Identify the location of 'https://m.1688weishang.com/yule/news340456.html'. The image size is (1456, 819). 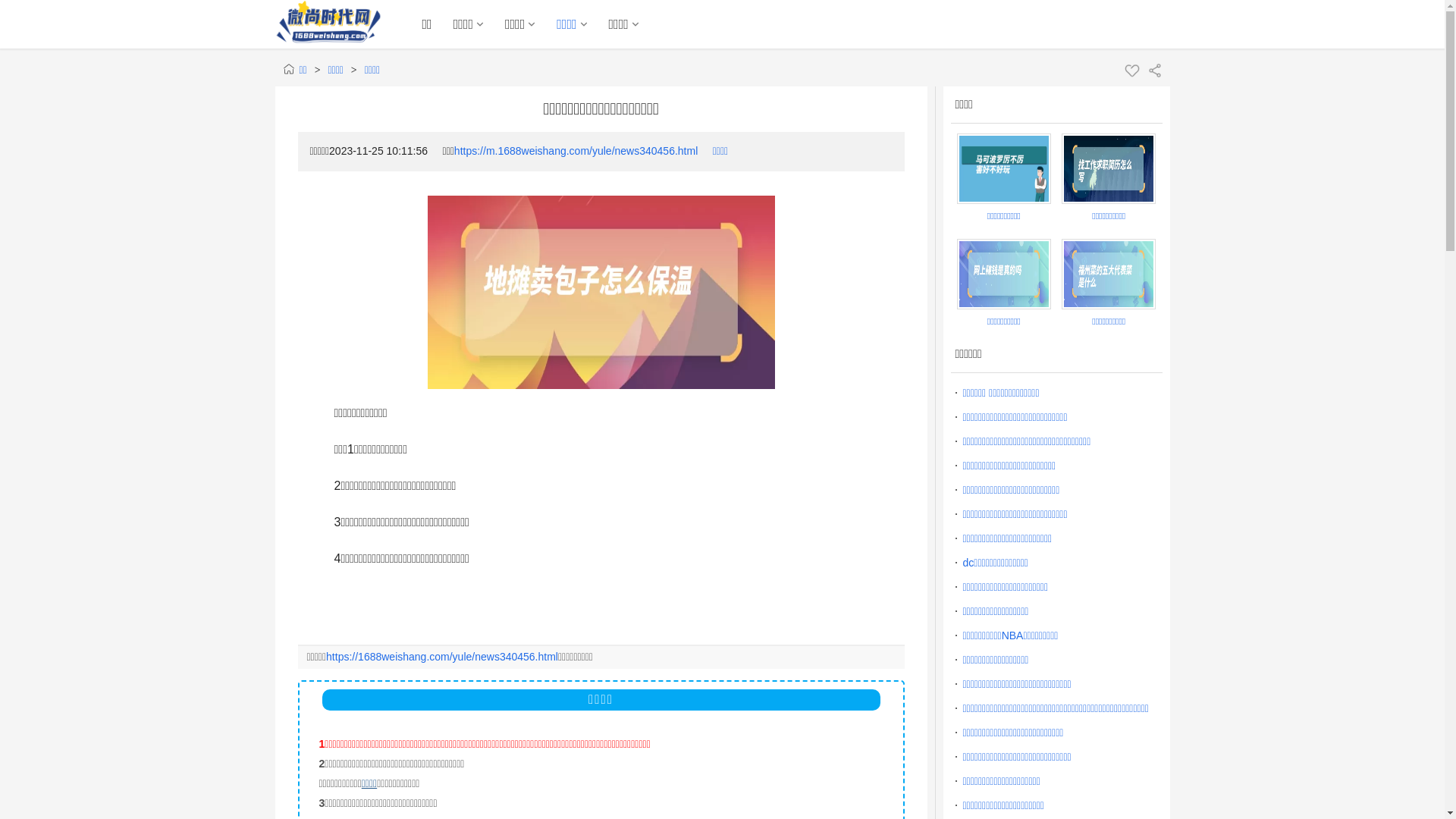
(575, 151).